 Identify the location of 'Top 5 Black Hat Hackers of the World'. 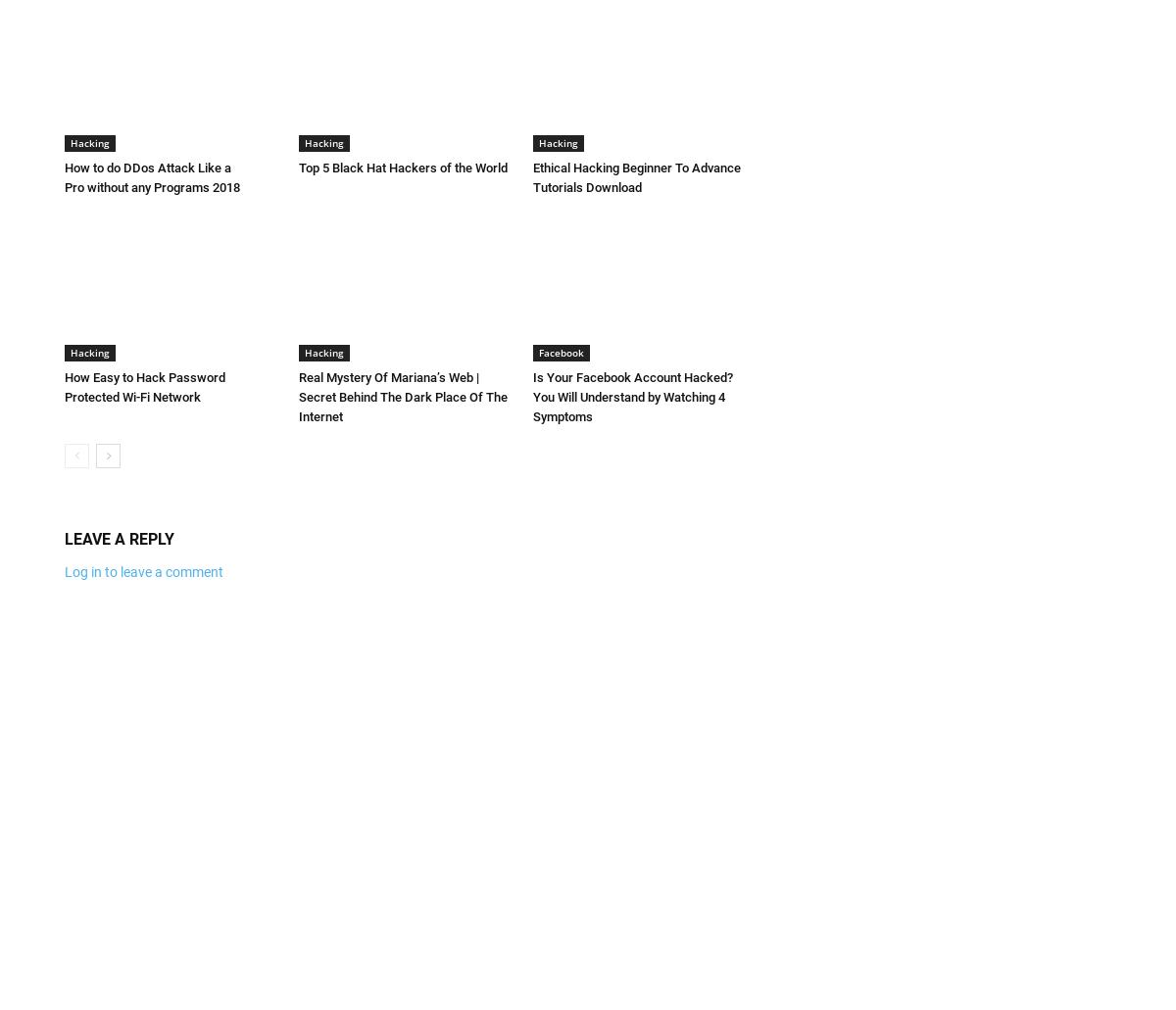
(403, 166).